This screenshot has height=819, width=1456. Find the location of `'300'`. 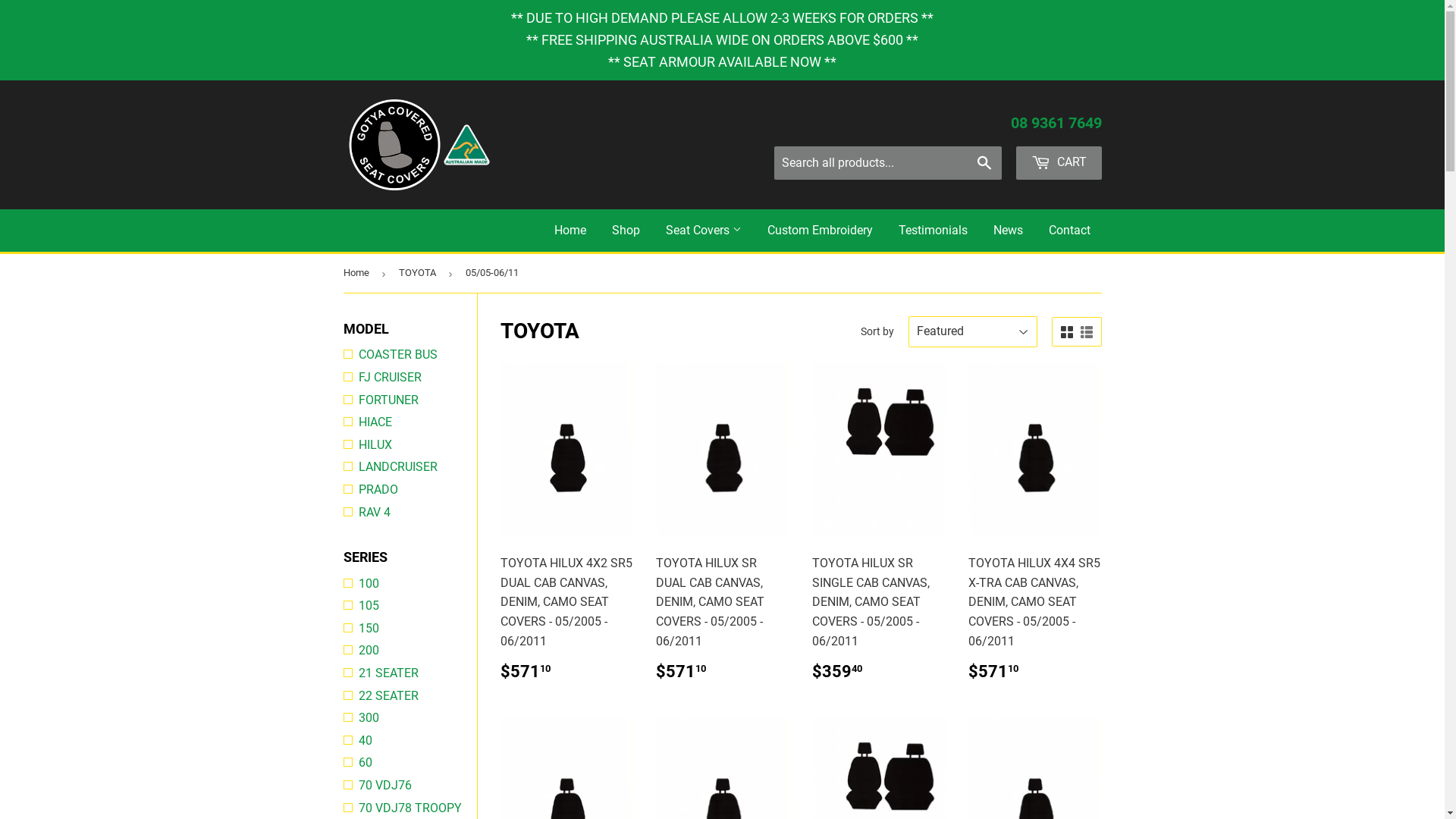

'300' is located at coordinates (409, 717).